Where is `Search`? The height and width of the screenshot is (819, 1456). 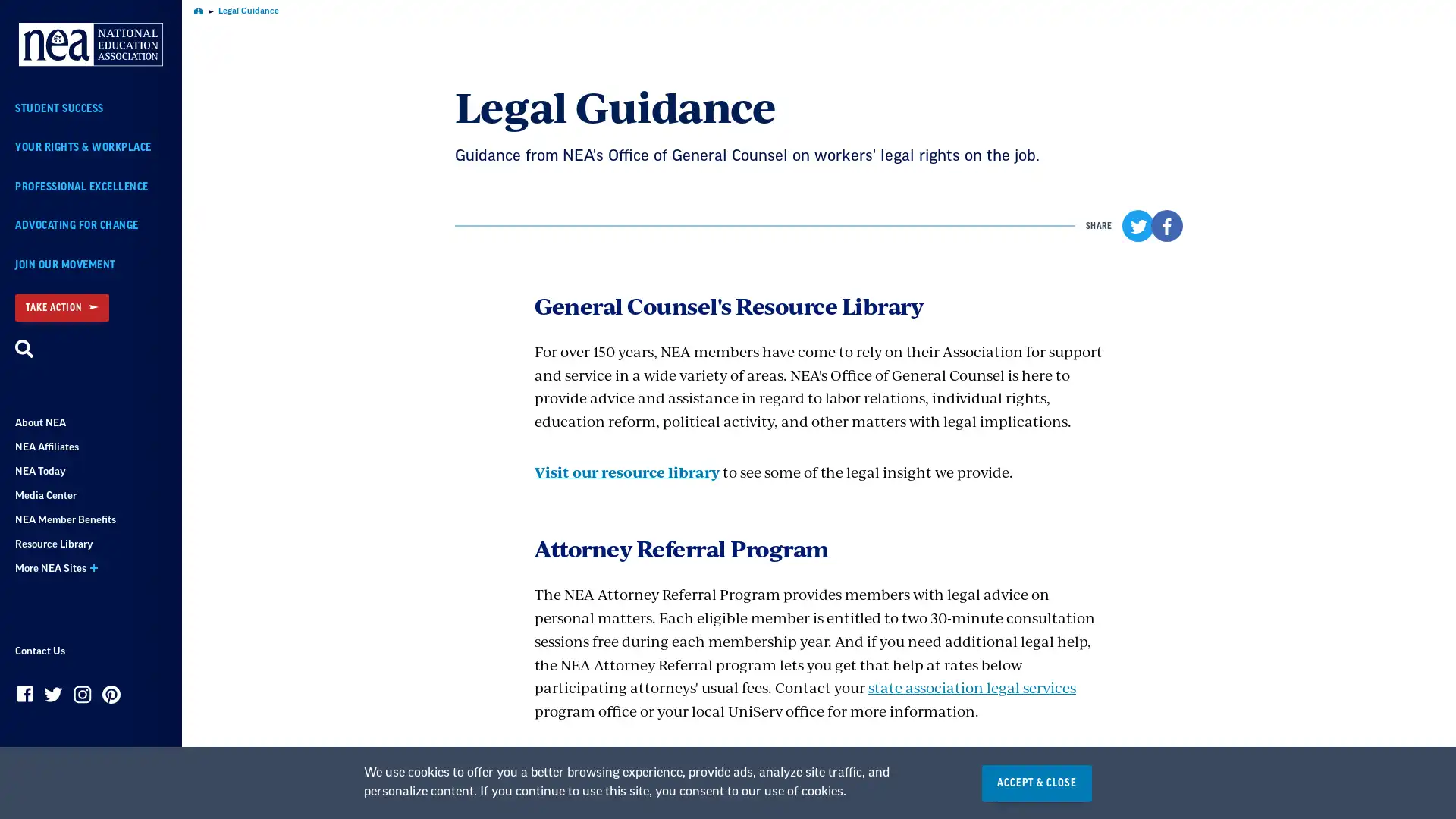 Search is located at coordinates (24, 350).